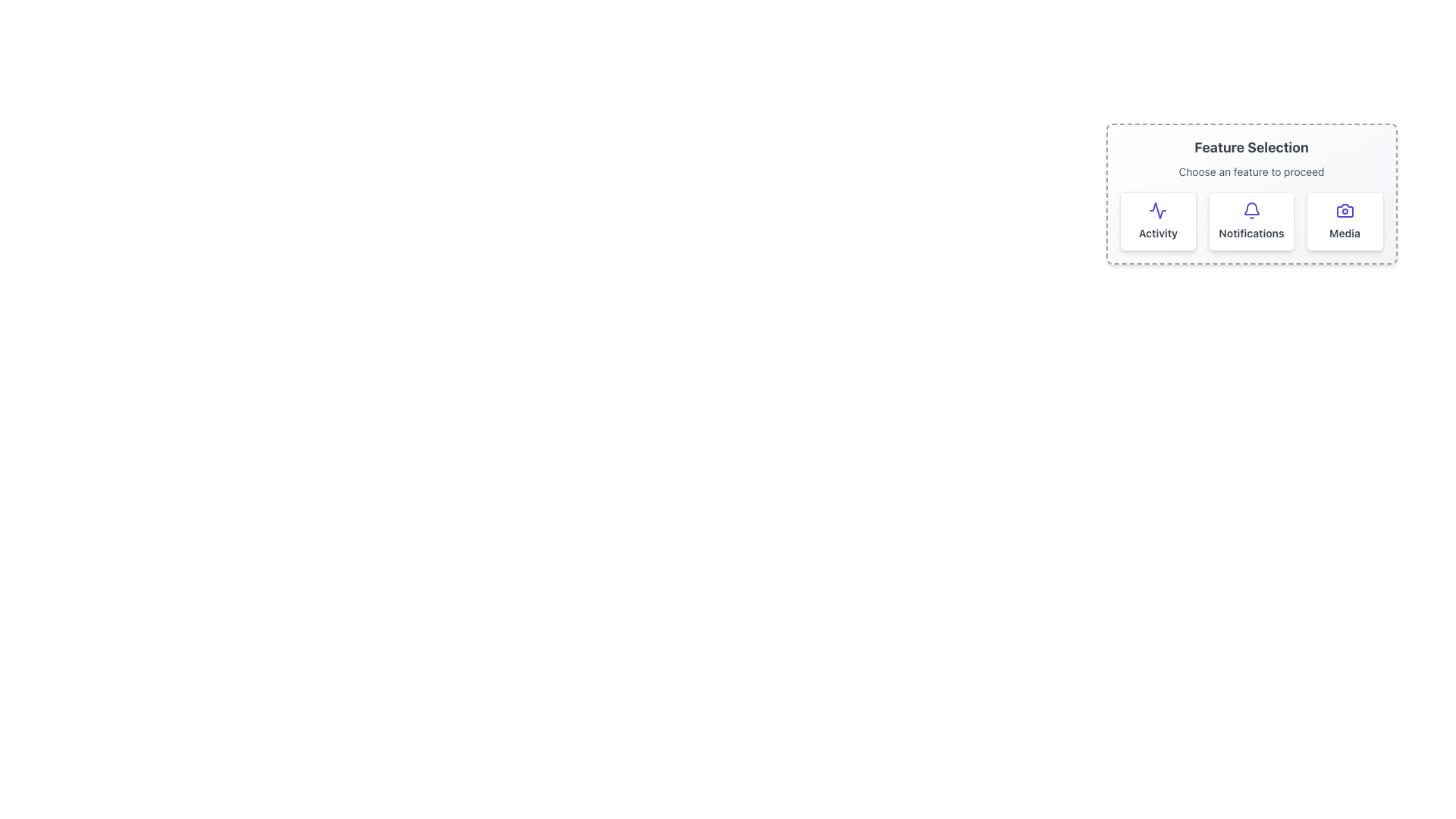  Describe the element at coordinates (1157, 210) in the screenshot. I see `the 'Activity' icon located within the SVG graphic beneath the 'Feature Selection' heading` at that location.